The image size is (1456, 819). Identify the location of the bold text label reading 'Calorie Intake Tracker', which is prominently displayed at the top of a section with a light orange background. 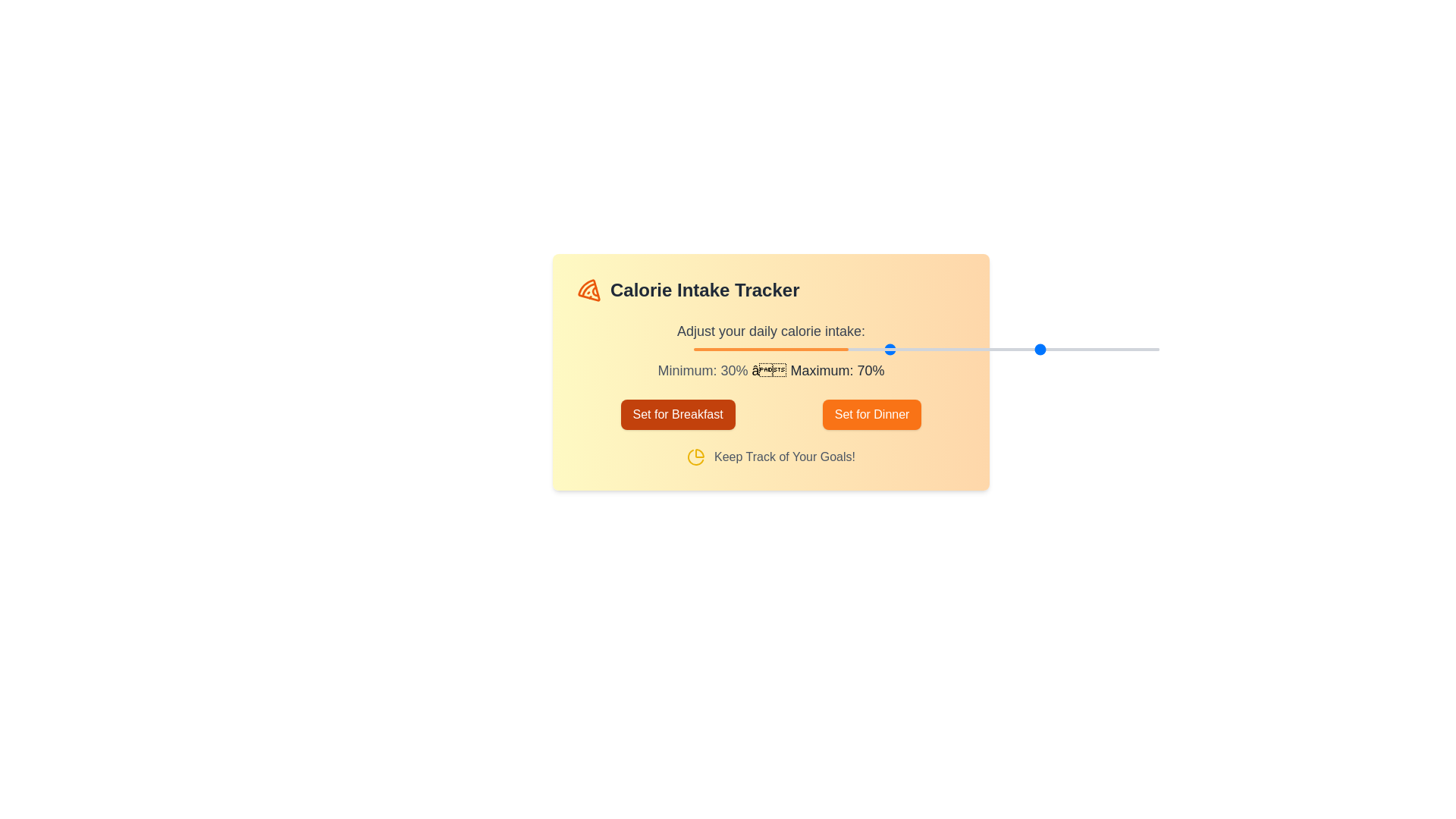
(704, 290).